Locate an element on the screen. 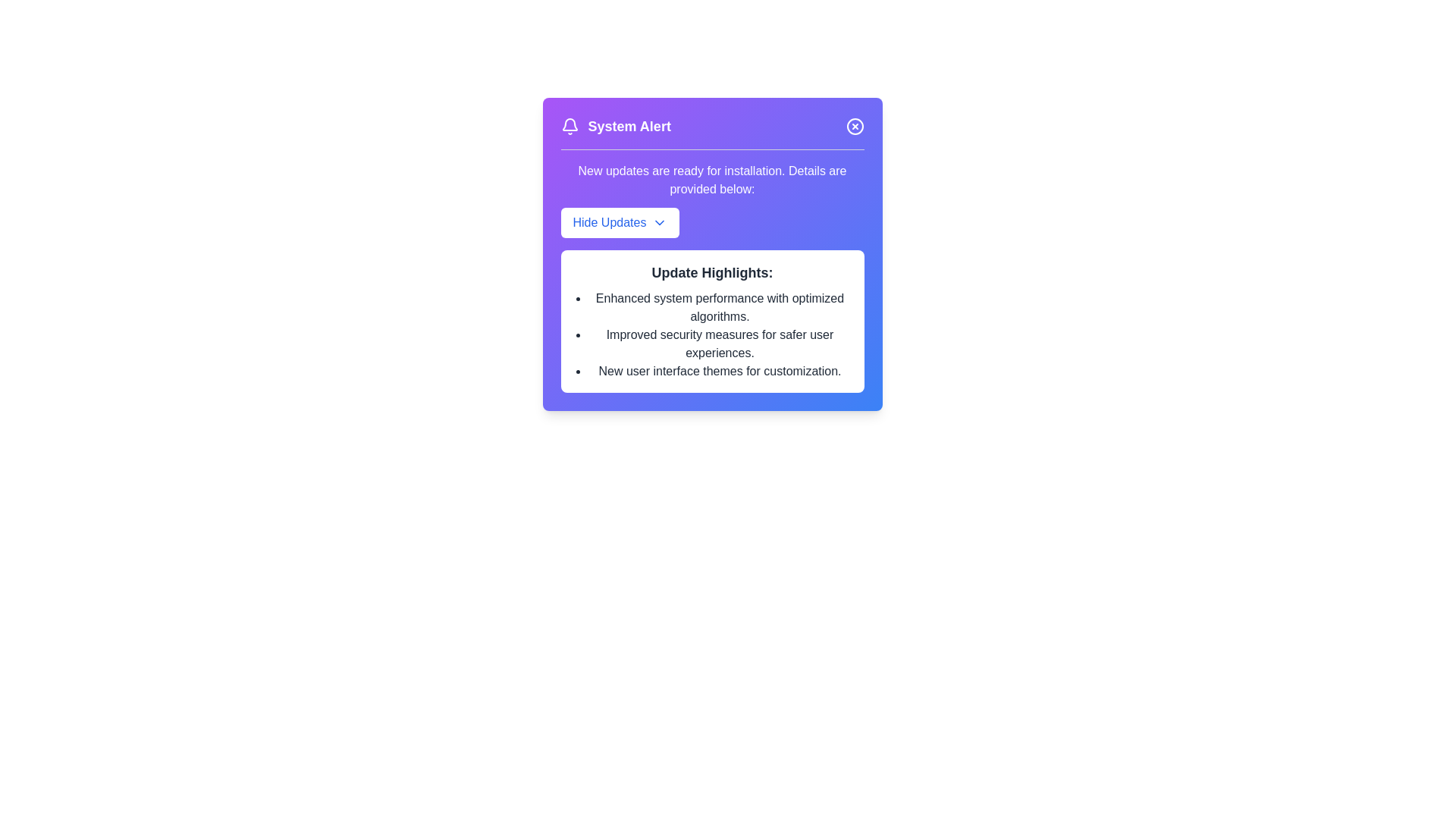  the close button to close the notification panel is located at coordinates (855, 125).